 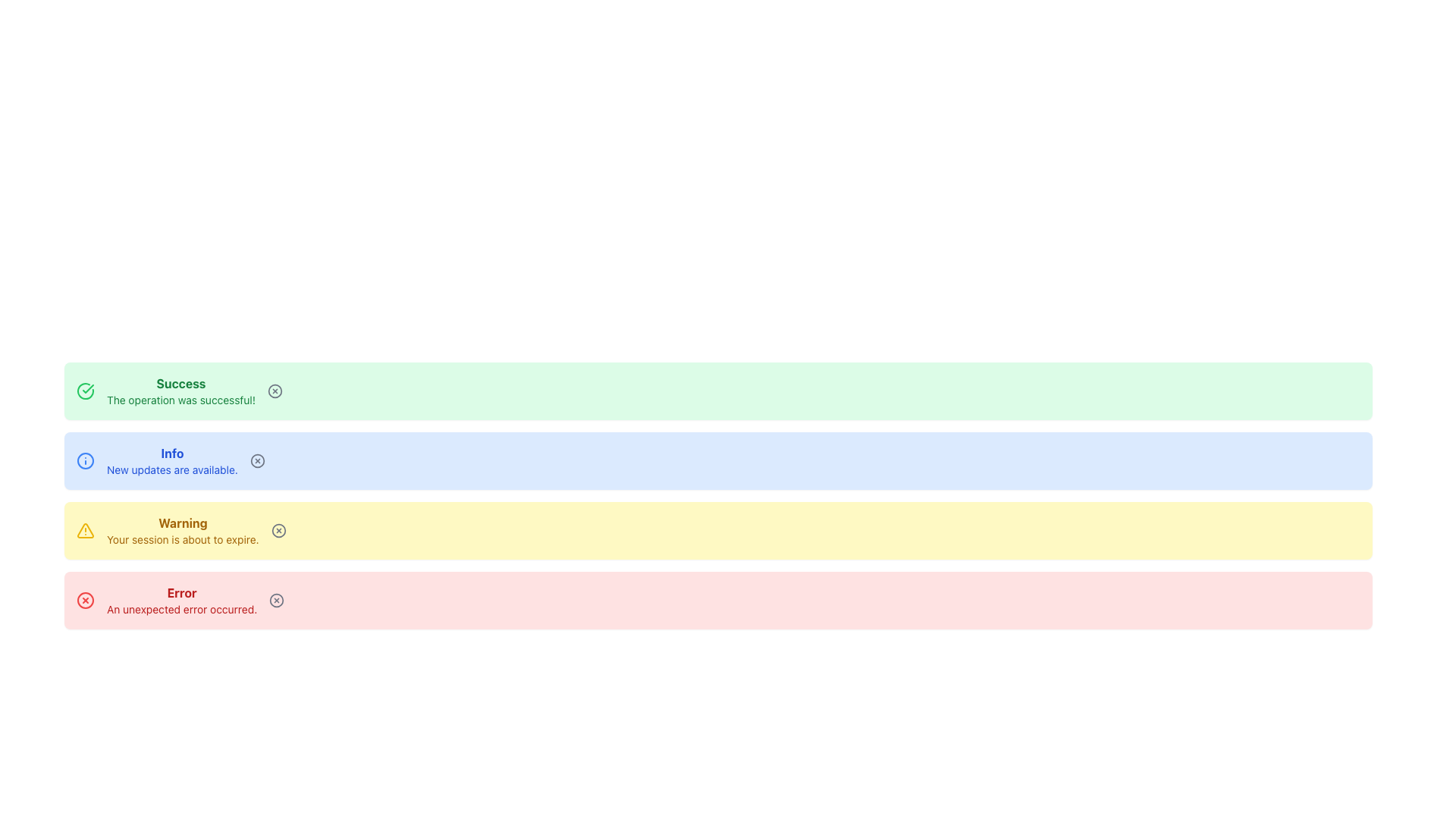 I want to click on text content of the bold 'Warning' text label located in the third section of notification messages, which has a yellow background, so click(x=182, y=522).